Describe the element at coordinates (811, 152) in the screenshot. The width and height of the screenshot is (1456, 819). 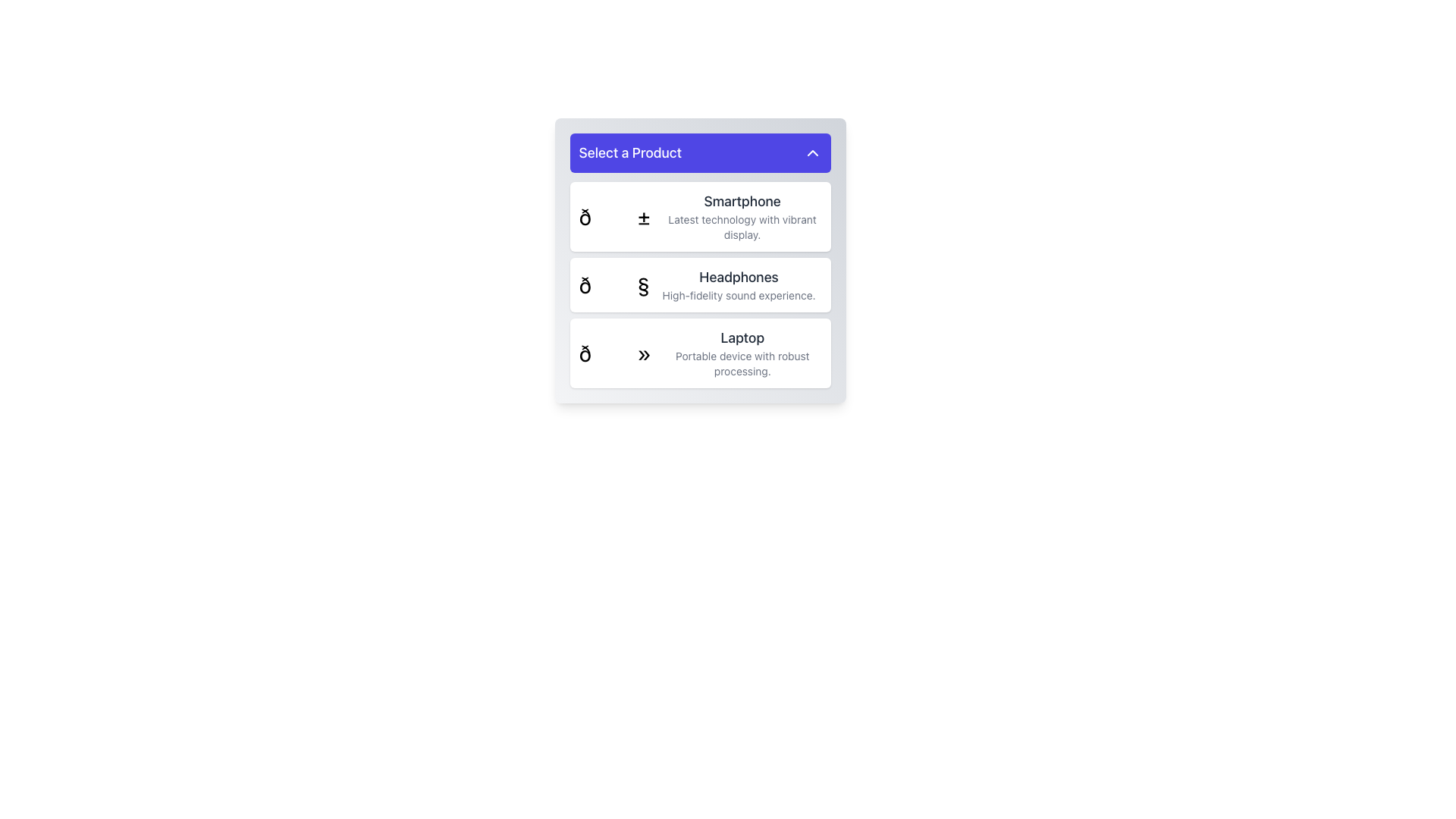
I see `the upward-pointing chevron icon located on the far right of the 'Select a Product' header` at that location.